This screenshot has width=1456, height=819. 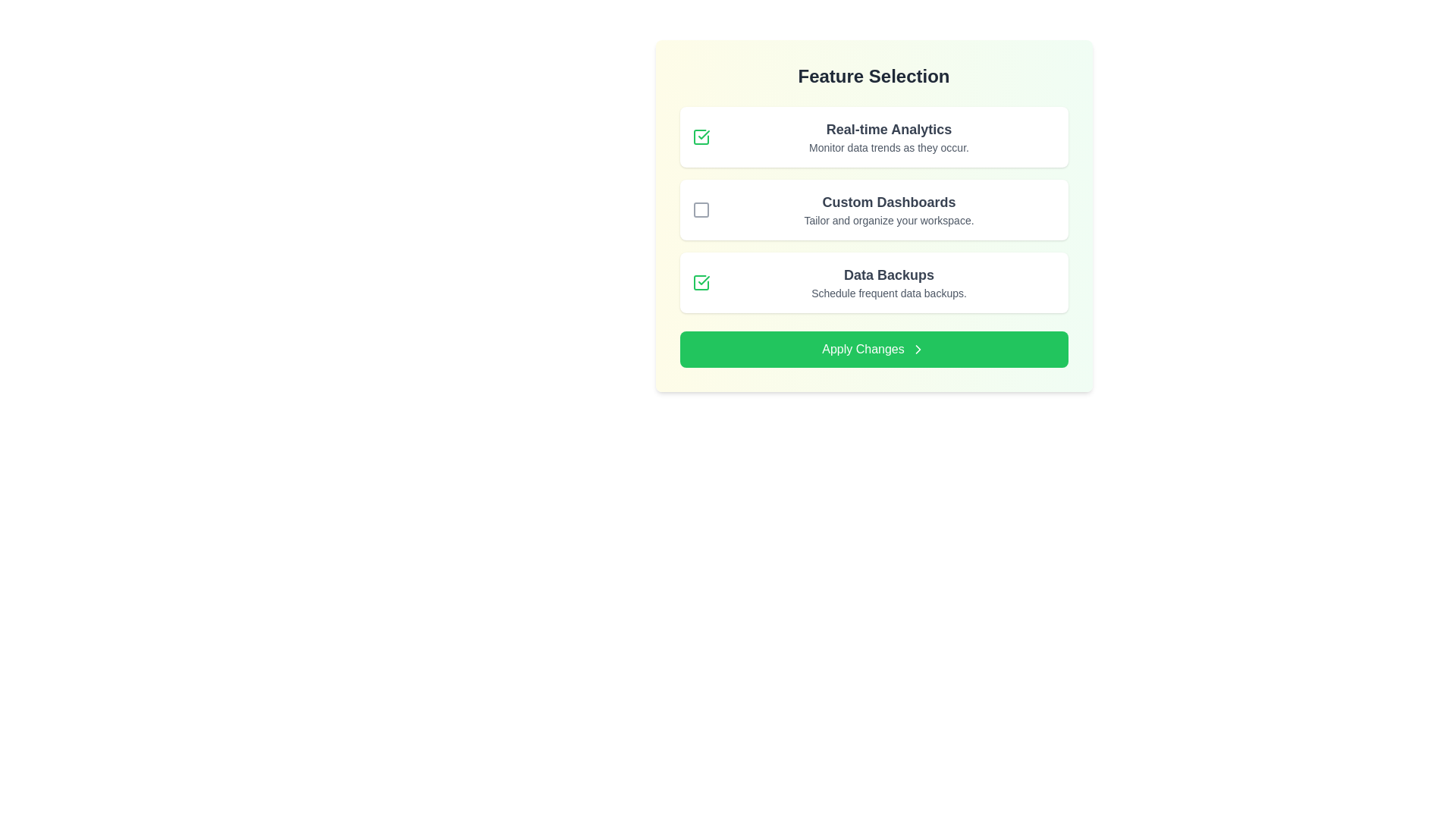 I want to click on the checkbox for 'Real-time Analytics', so click(x=700, y=137).